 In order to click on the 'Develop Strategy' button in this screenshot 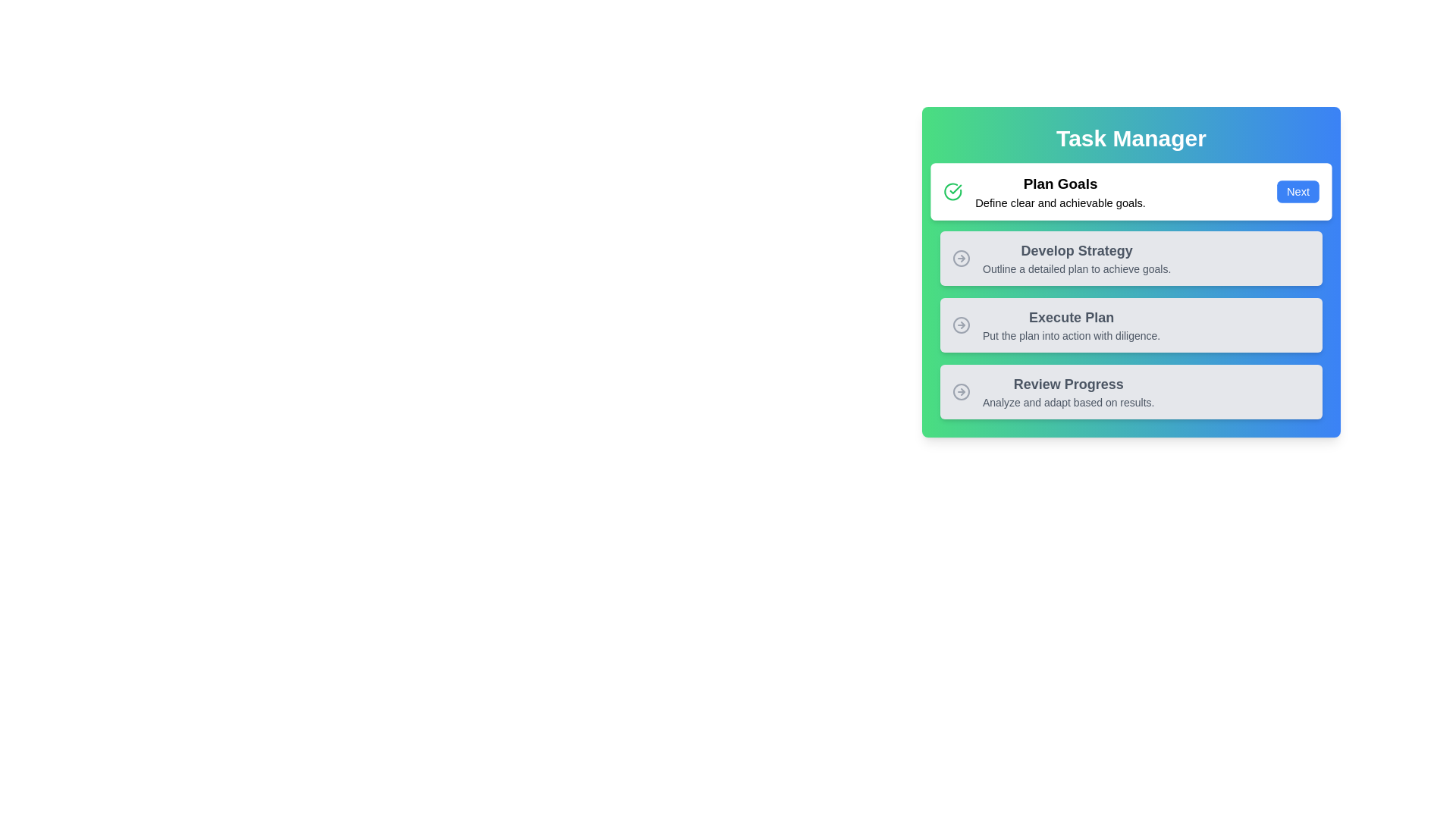, I will do `click(1061, 257)`.